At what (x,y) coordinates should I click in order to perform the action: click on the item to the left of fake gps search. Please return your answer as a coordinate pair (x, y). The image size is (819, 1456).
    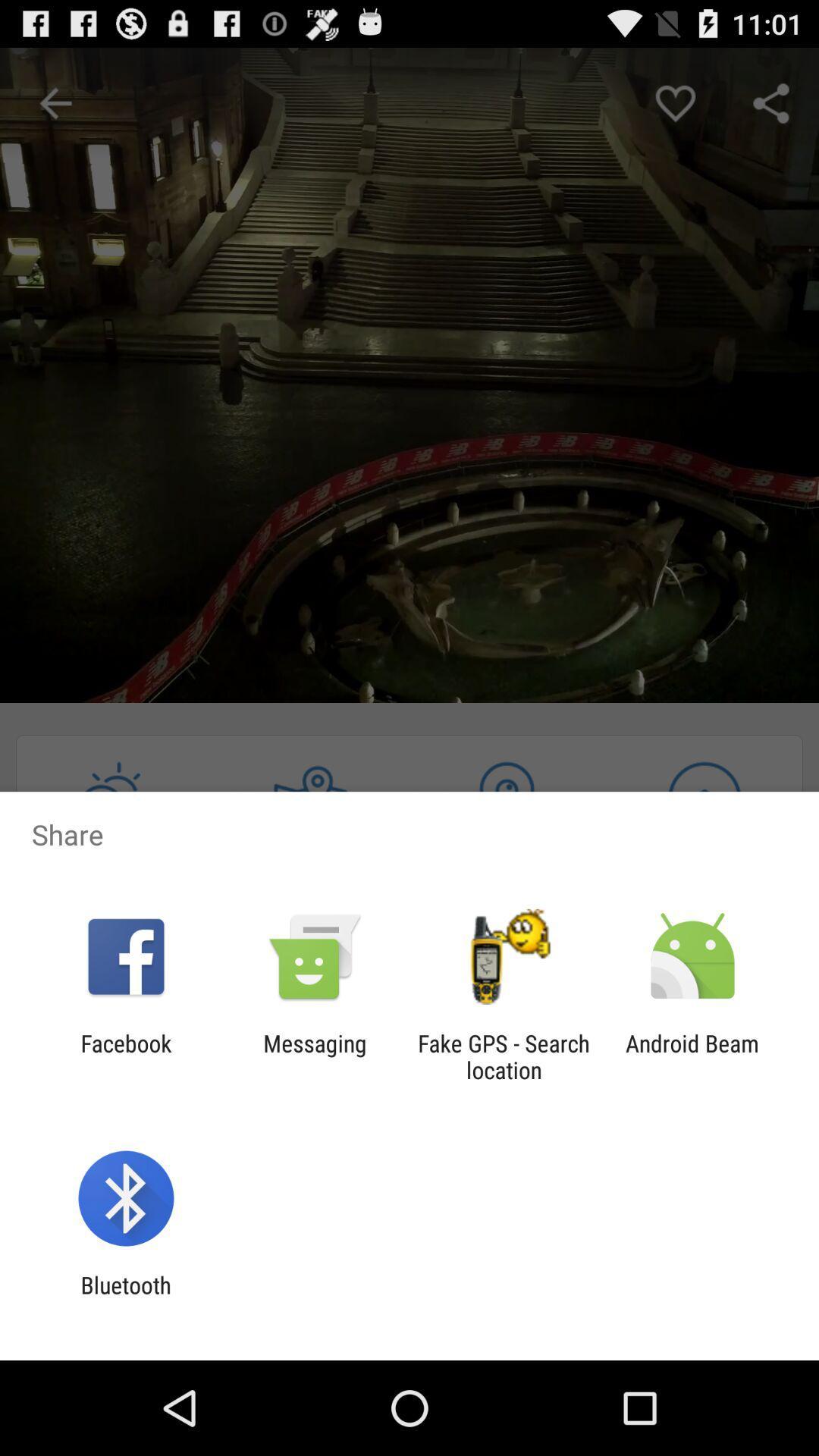
    Looking at the image, I should click on (314, 1056).